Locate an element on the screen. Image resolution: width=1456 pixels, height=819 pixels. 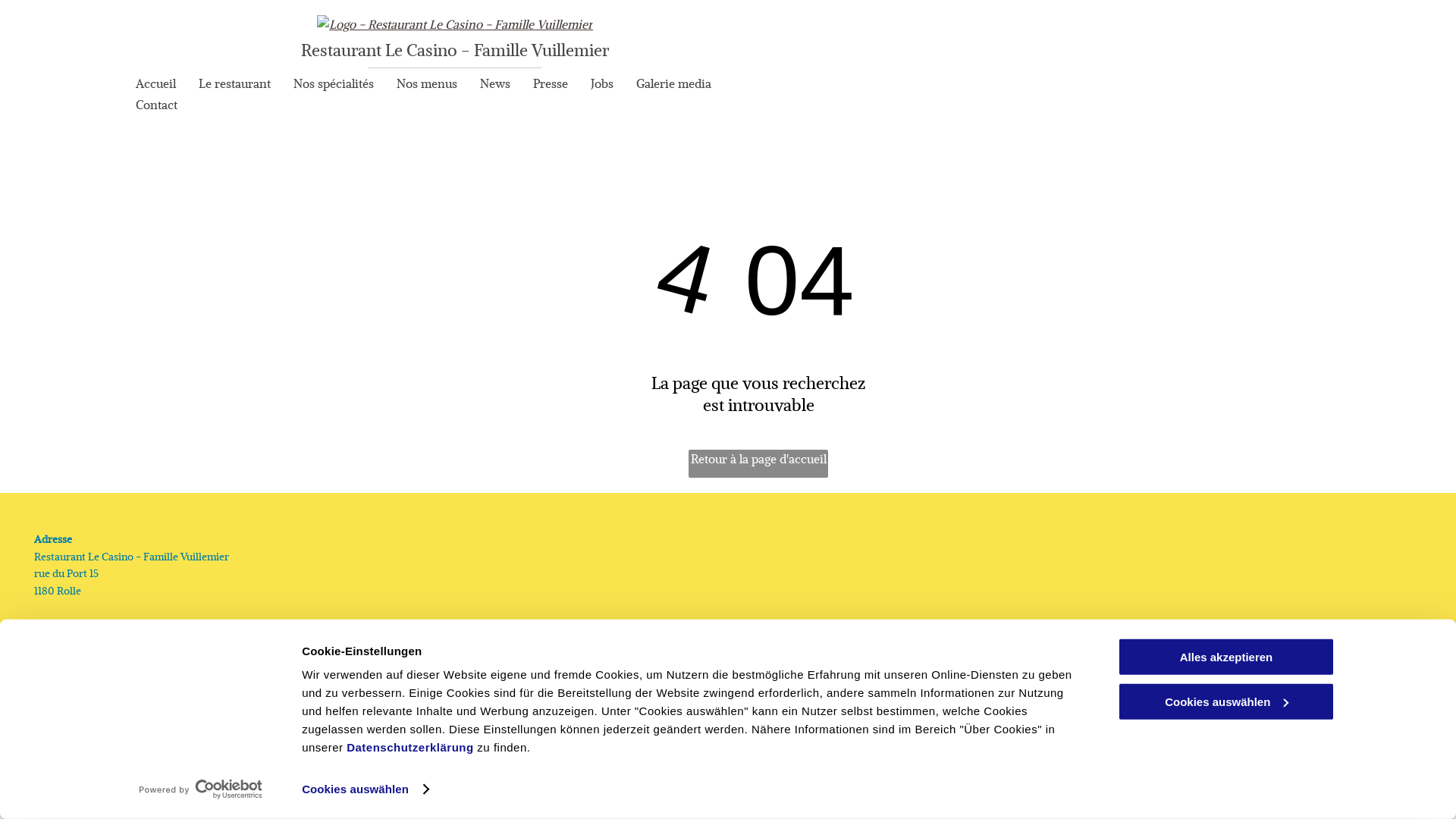
'Accueil' is located at coordinates (155, 84).